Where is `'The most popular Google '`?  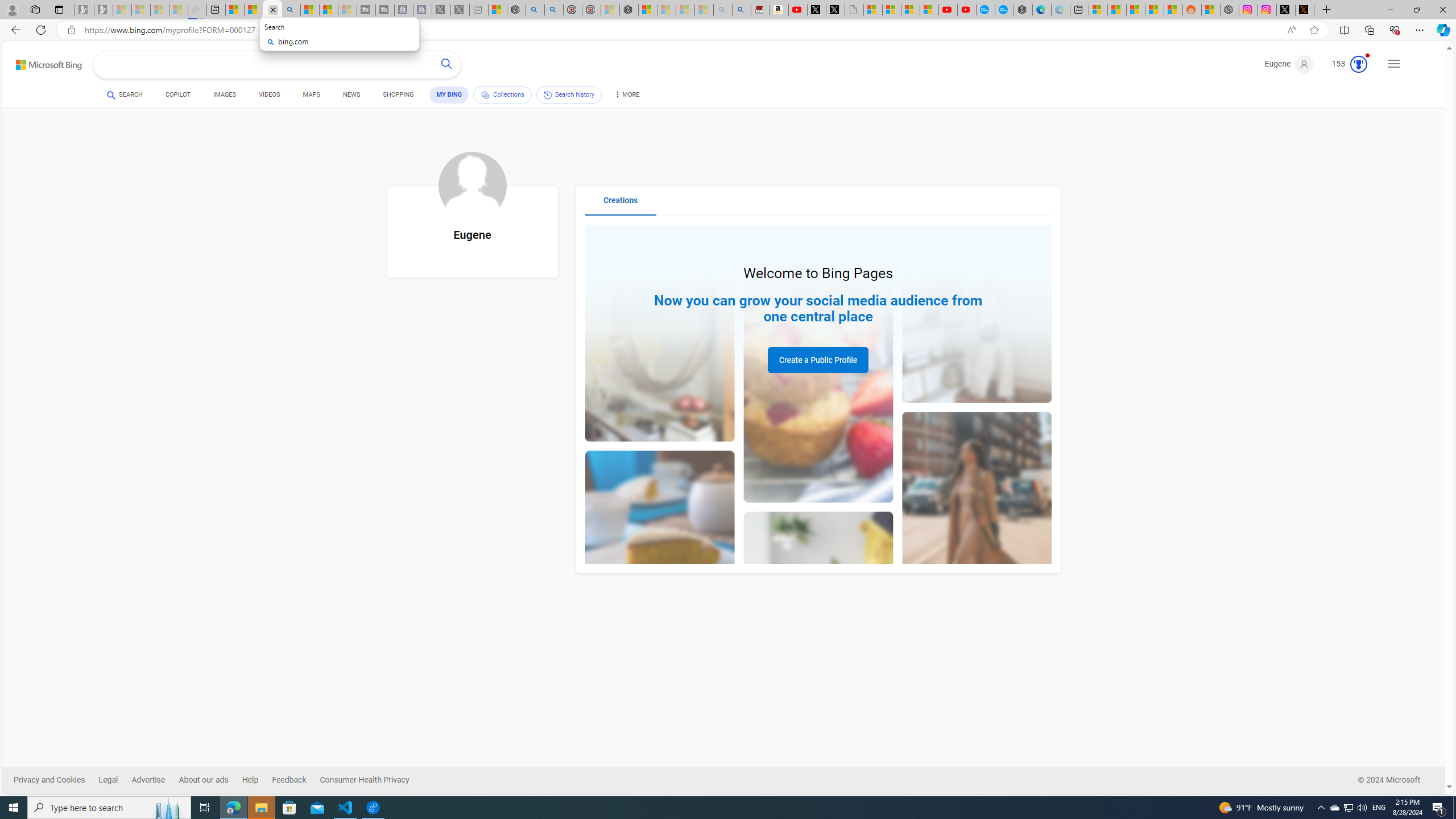
'The most popular Google ' is located at coordinates (1004, 9).